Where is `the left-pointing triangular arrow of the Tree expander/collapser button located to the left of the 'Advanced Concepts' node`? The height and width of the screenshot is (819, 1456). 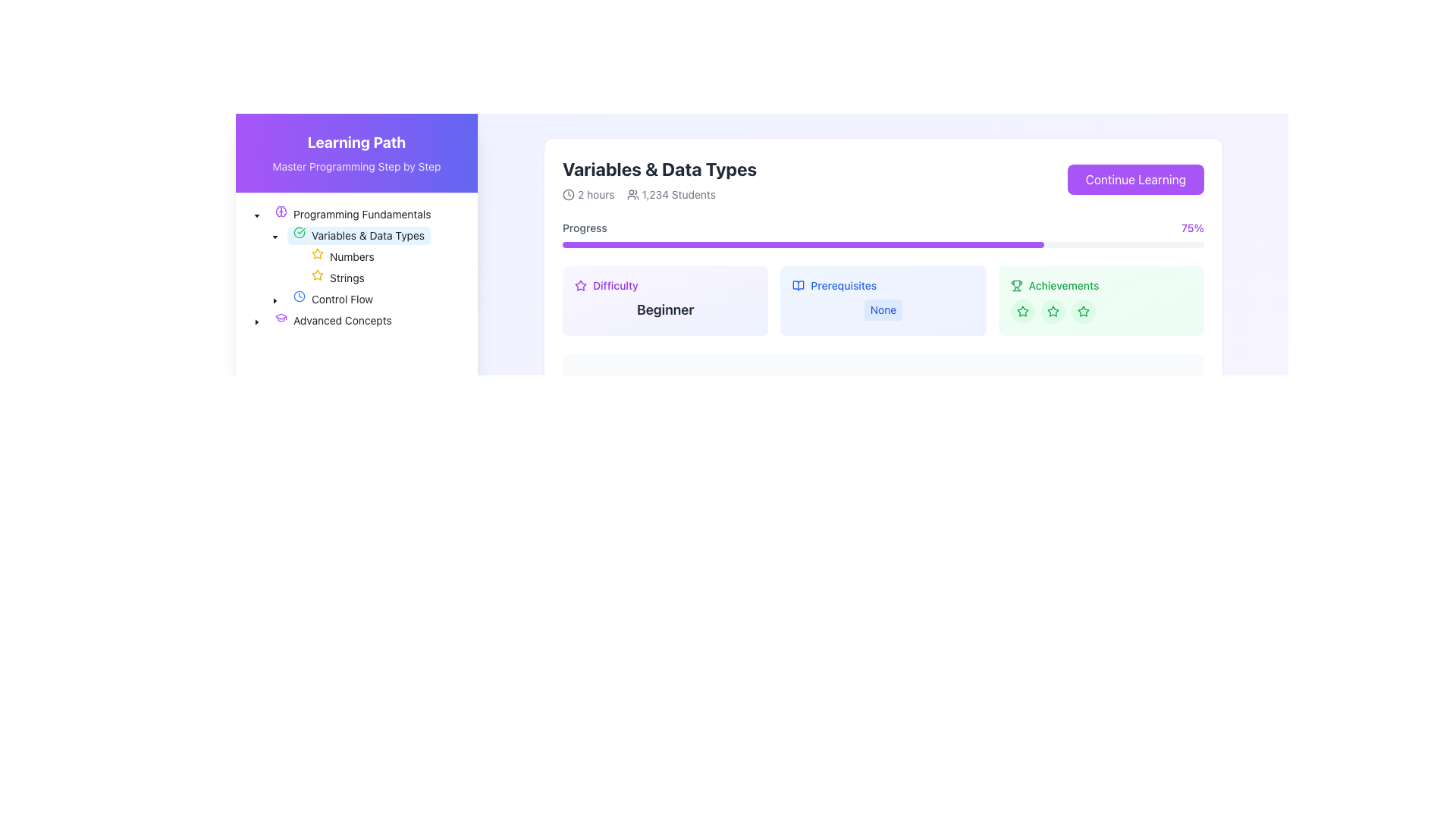 the left-pointing triangular arrow of the Tree expander/collapser button located to the left of the 'Advanced Concepts' node is located at coordinates (257, 320).